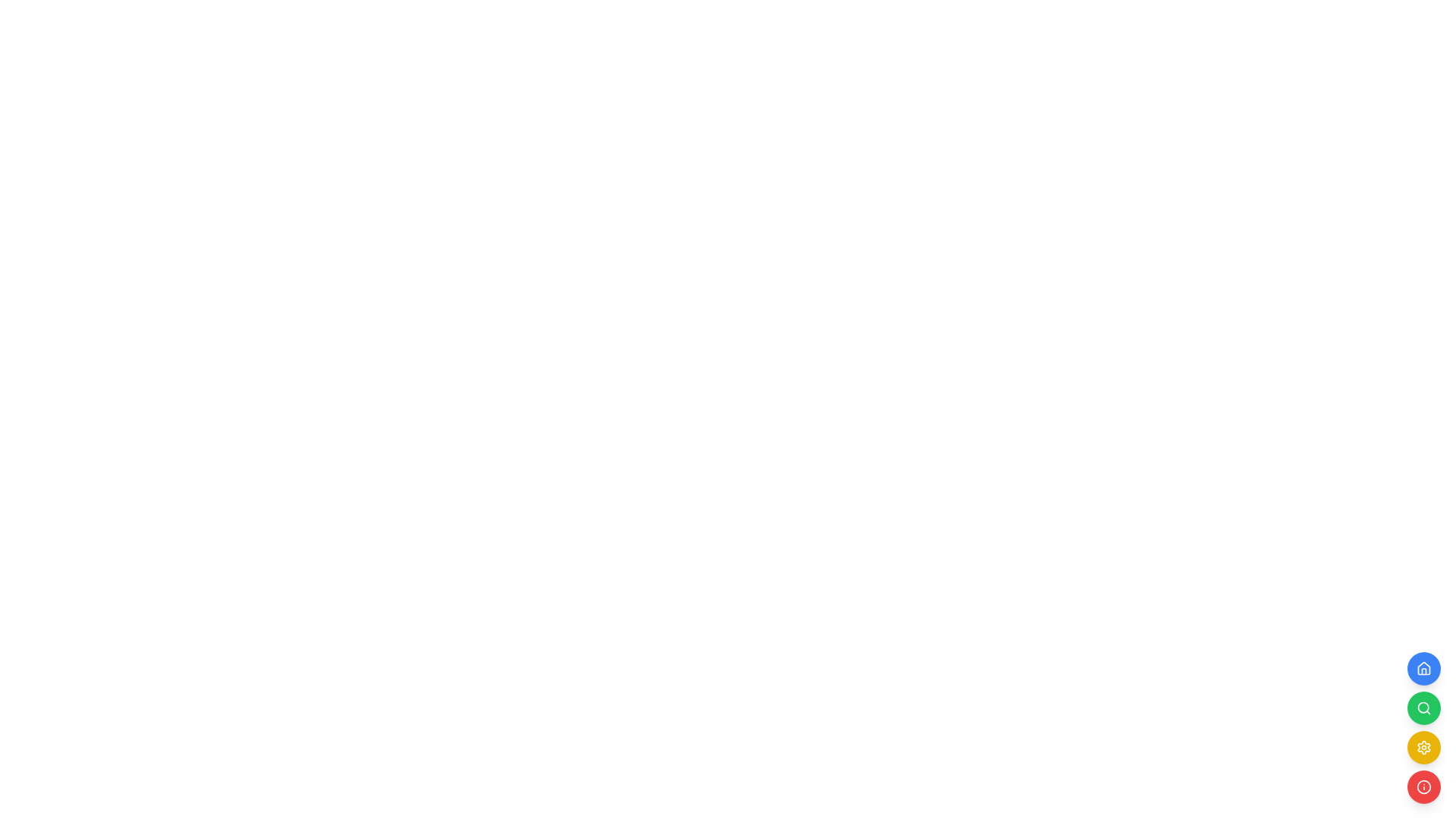 The height and width of the screenshot is (819, 1456). What do you see at coordinates (1423, 747) in the screenshot?
I see `the settings Icon button located in the bottom-right corner of the interface, which is the third item in the vertical navigation menu` at bounding box center [1423, 747].